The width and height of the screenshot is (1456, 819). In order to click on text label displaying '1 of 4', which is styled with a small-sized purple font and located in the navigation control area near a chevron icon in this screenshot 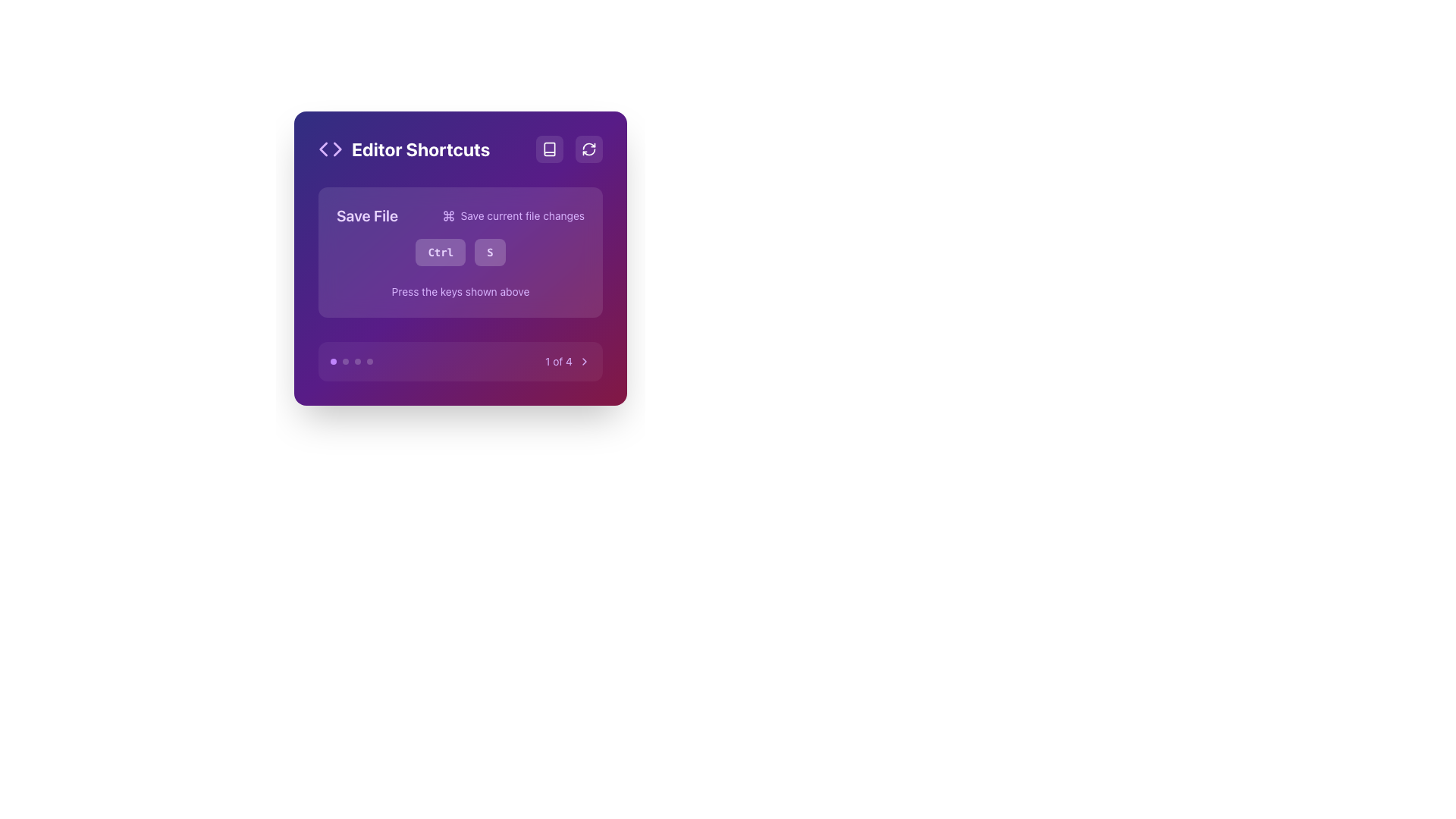, I will do `click(558, 362)`.